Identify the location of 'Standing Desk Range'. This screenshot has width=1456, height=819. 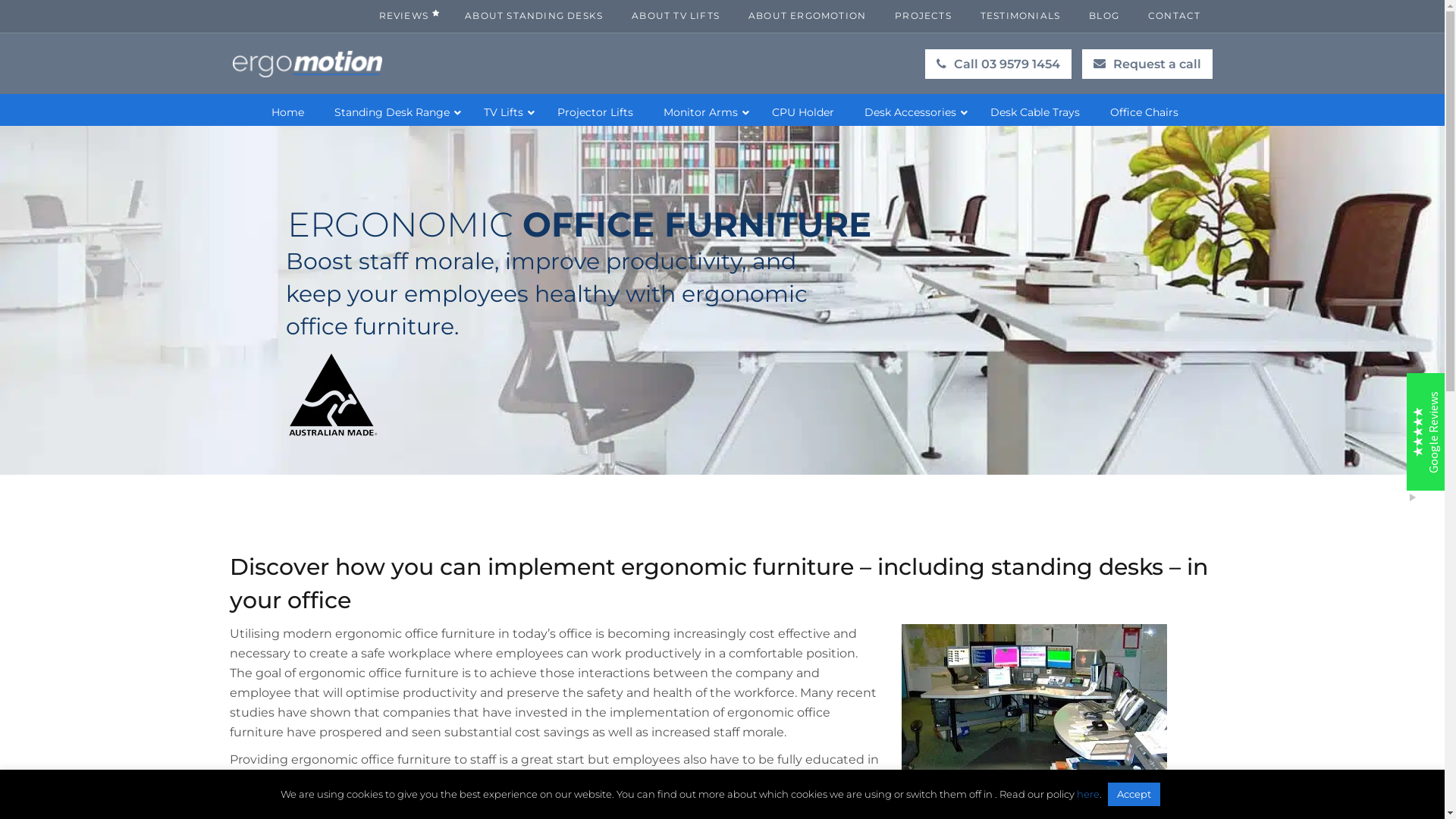
(318, 111).